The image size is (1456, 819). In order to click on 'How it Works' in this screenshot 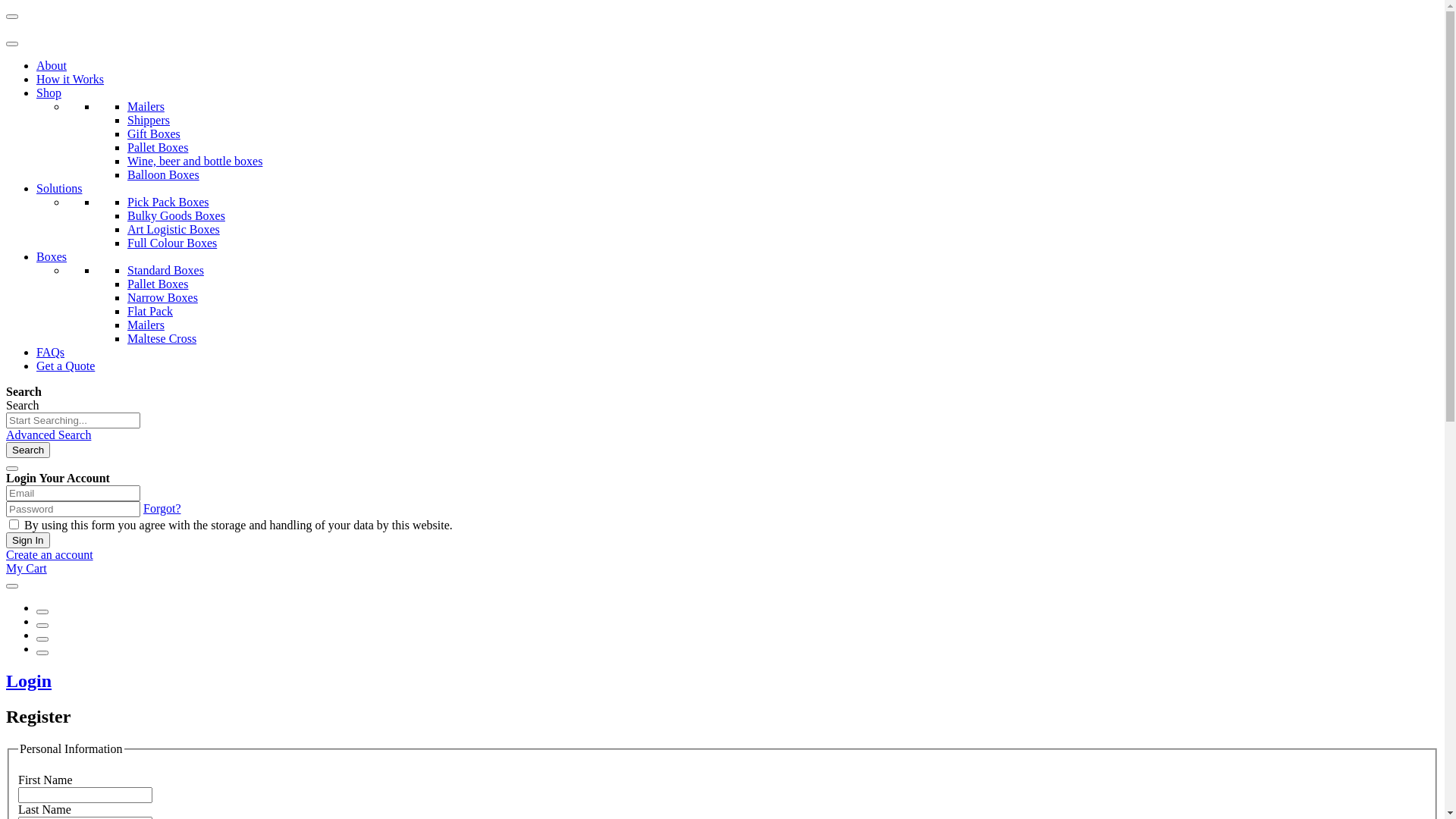, I will do `click(69, 79)`.